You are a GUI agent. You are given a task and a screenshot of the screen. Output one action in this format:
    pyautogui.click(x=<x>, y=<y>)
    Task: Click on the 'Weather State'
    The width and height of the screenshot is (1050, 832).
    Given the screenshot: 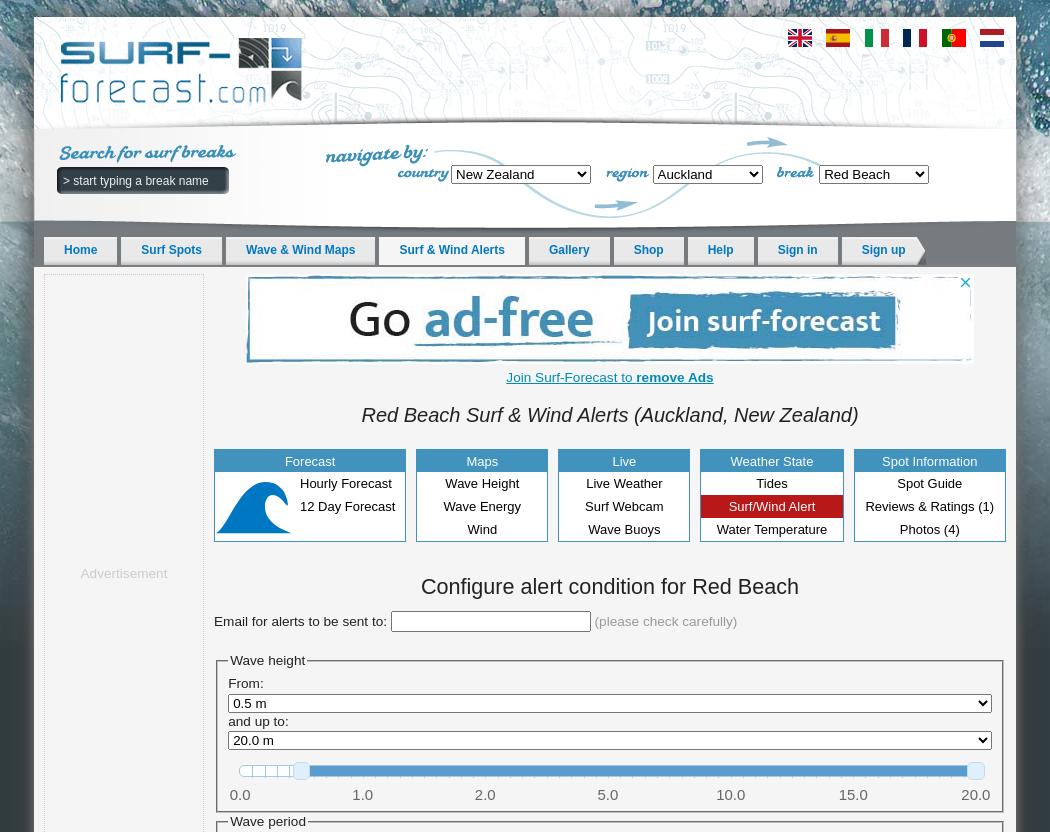 What is the action you would take?
    pyautogui.click(x=771, y=460)
    